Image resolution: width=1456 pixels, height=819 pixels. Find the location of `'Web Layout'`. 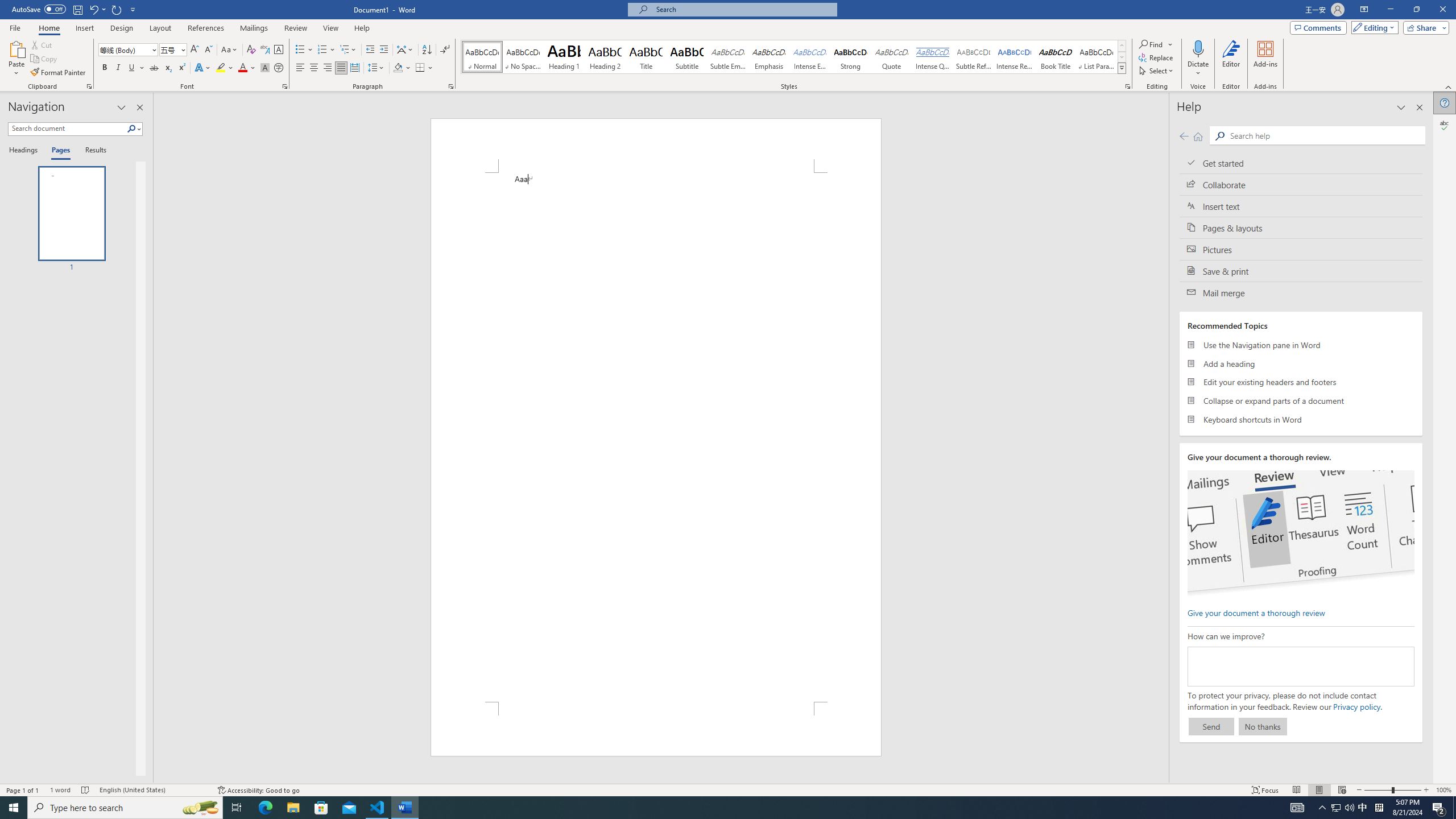

'Web Layout' is located at coordinates (1342, 790).